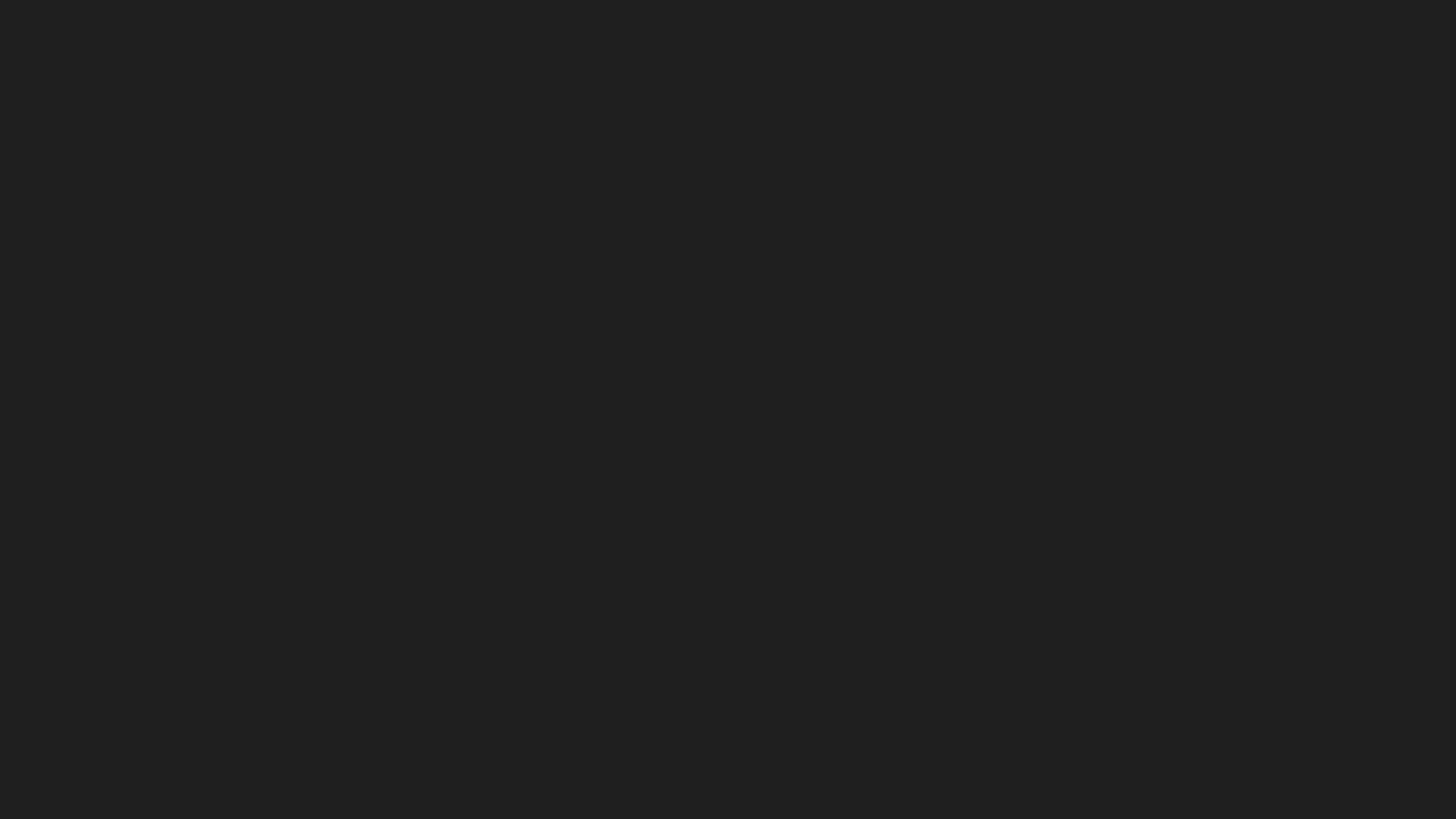 The height and width of the screenshot is (819, 1456). I want to click on Help, so click(946, 23).